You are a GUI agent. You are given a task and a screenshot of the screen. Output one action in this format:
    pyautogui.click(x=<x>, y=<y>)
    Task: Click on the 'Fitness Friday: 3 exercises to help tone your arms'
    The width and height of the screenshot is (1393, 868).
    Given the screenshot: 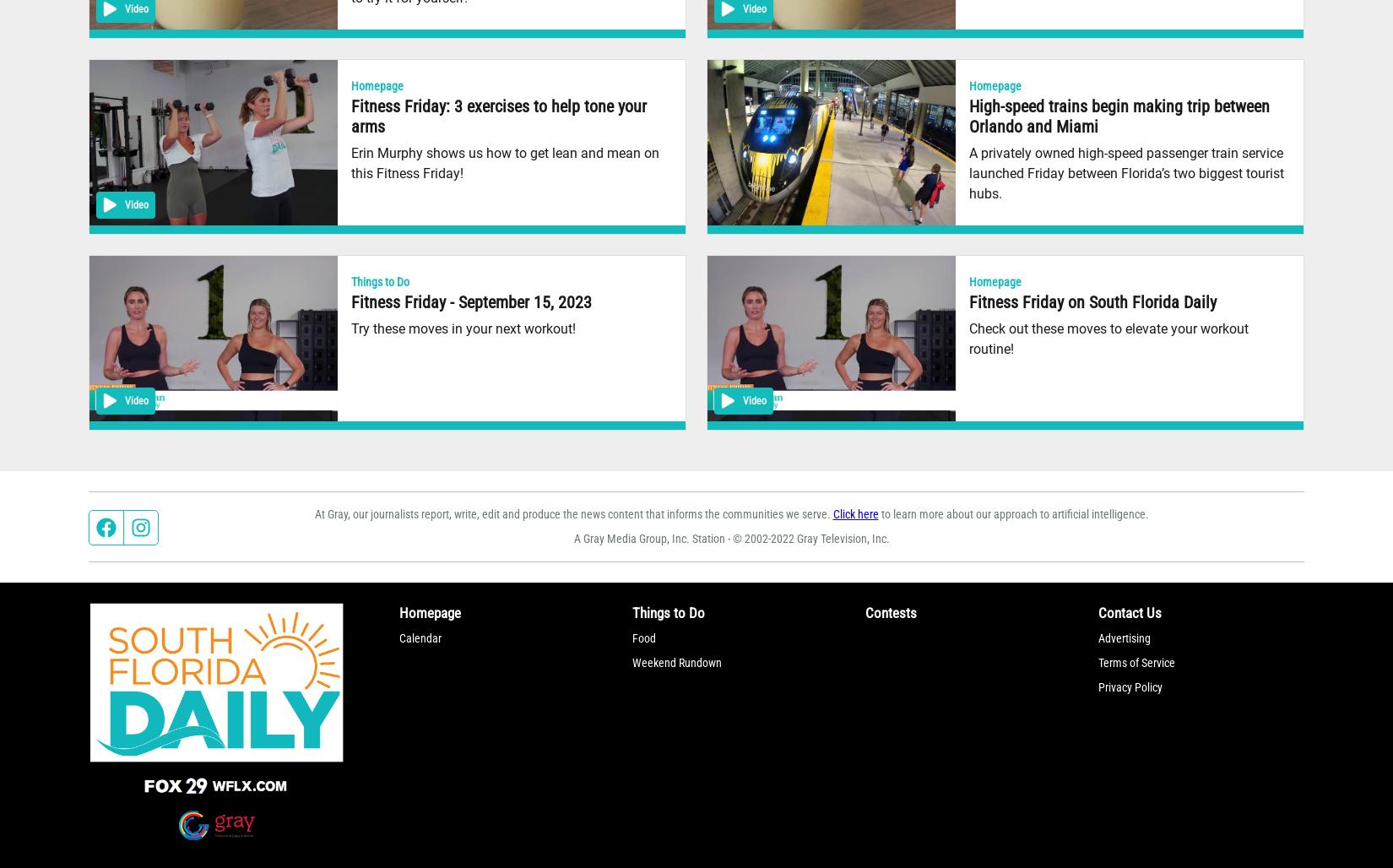 What is the action you would take?
    pyautogui.click(x=350, y=116)
    